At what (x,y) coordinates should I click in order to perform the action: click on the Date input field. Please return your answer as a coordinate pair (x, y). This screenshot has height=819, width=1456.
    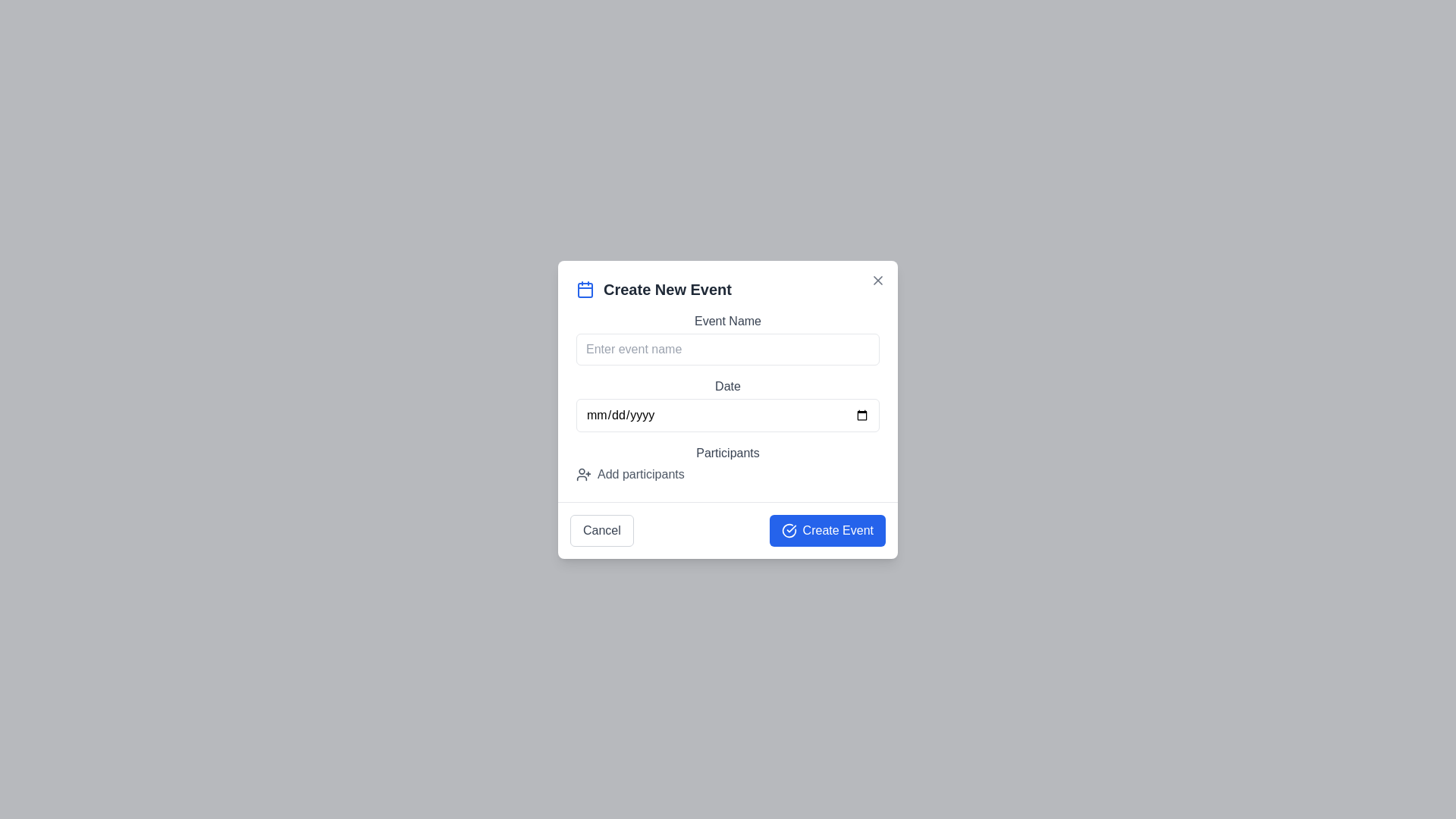
    Looking at the image, I should click on (728, 415).